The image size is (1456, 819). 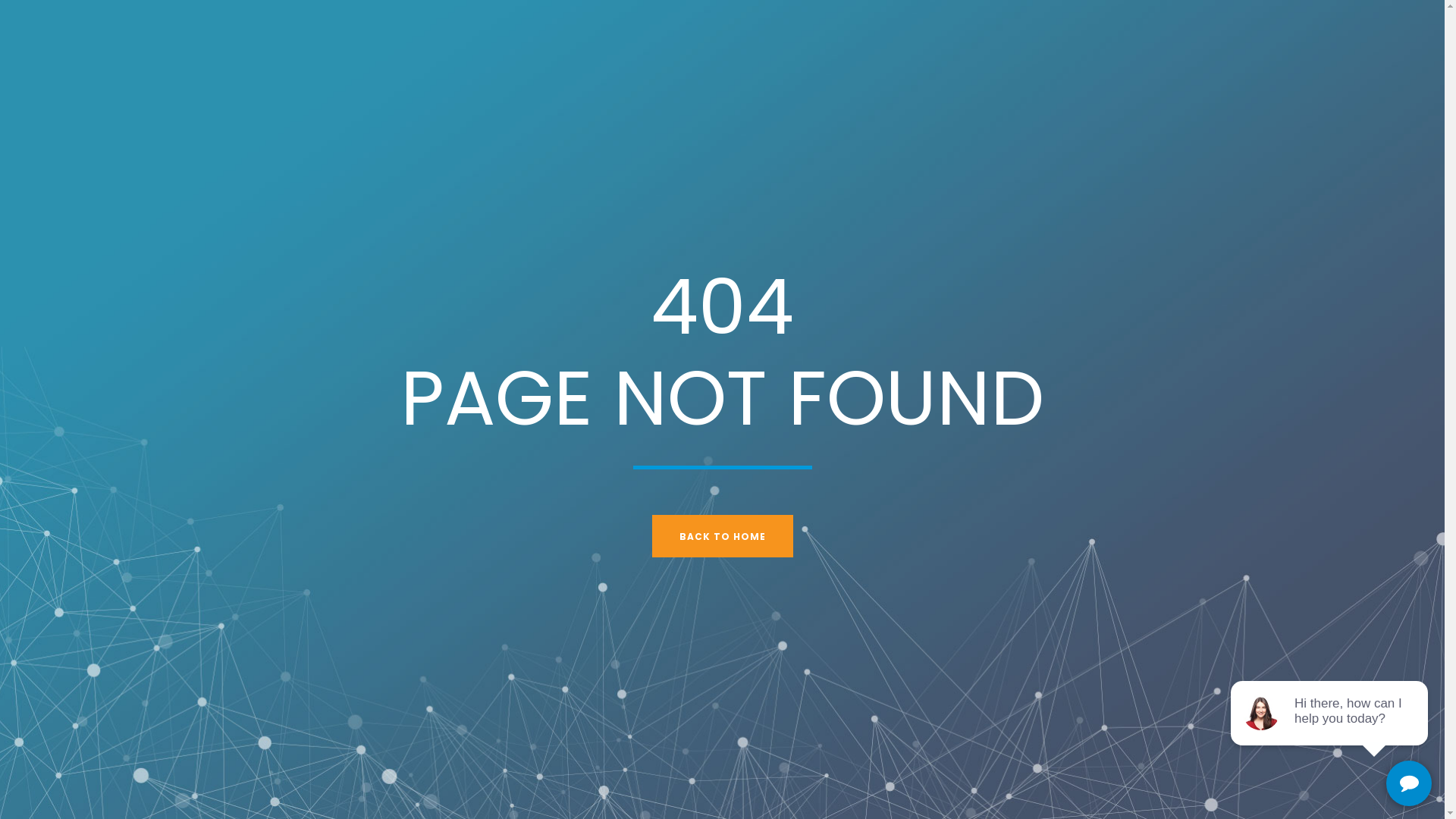 What do you see at coordinates (722, 535) in the screenshot?
I see `'BACK TO HOME'` at bounding box center [722, 535].